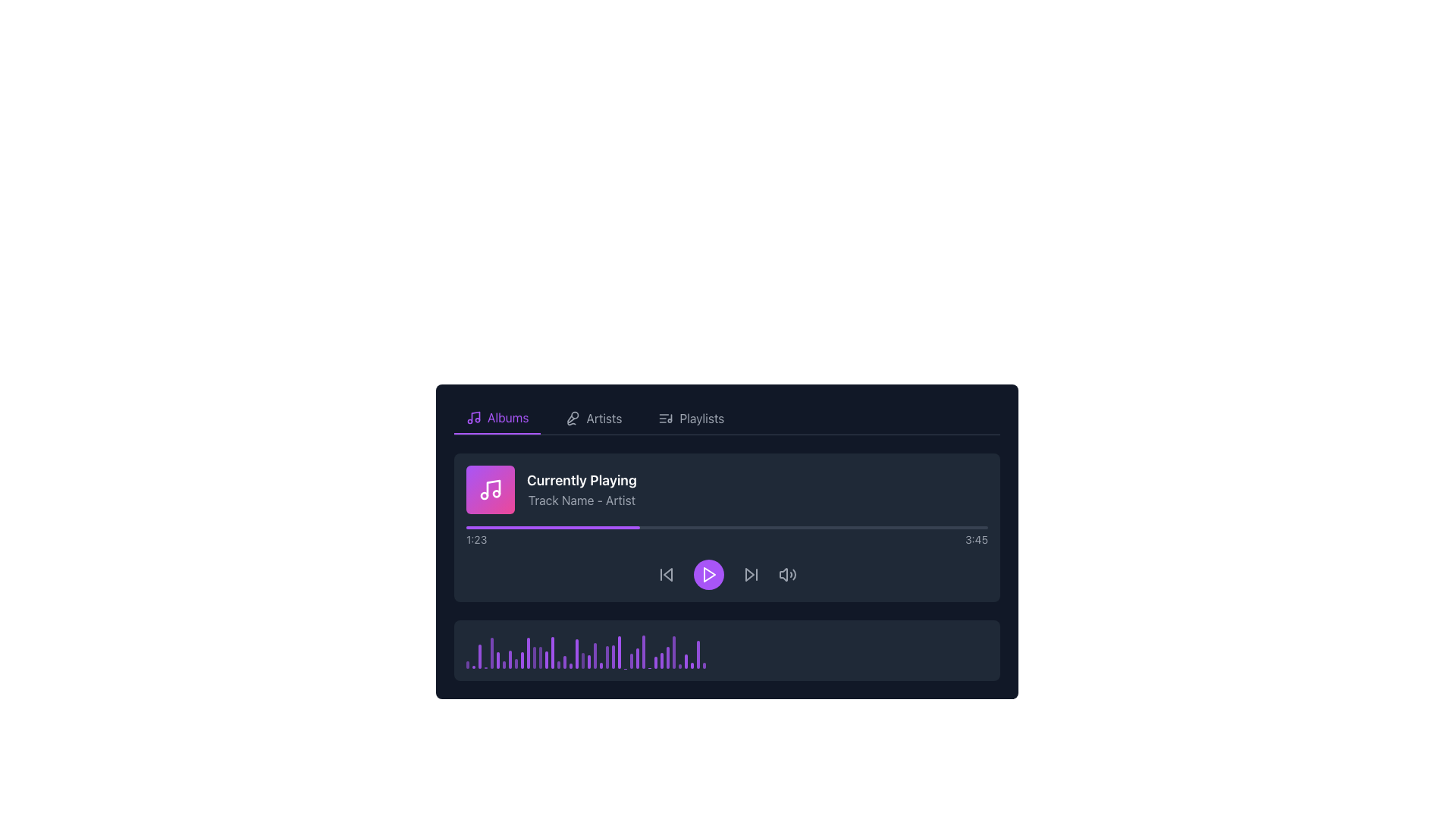  I want to click on the UI visualizer bar that represents a specific level or frequency point, located approximately three slots from the right in a row of about 50 bars at the base of the music player interface, so click(607, 656).